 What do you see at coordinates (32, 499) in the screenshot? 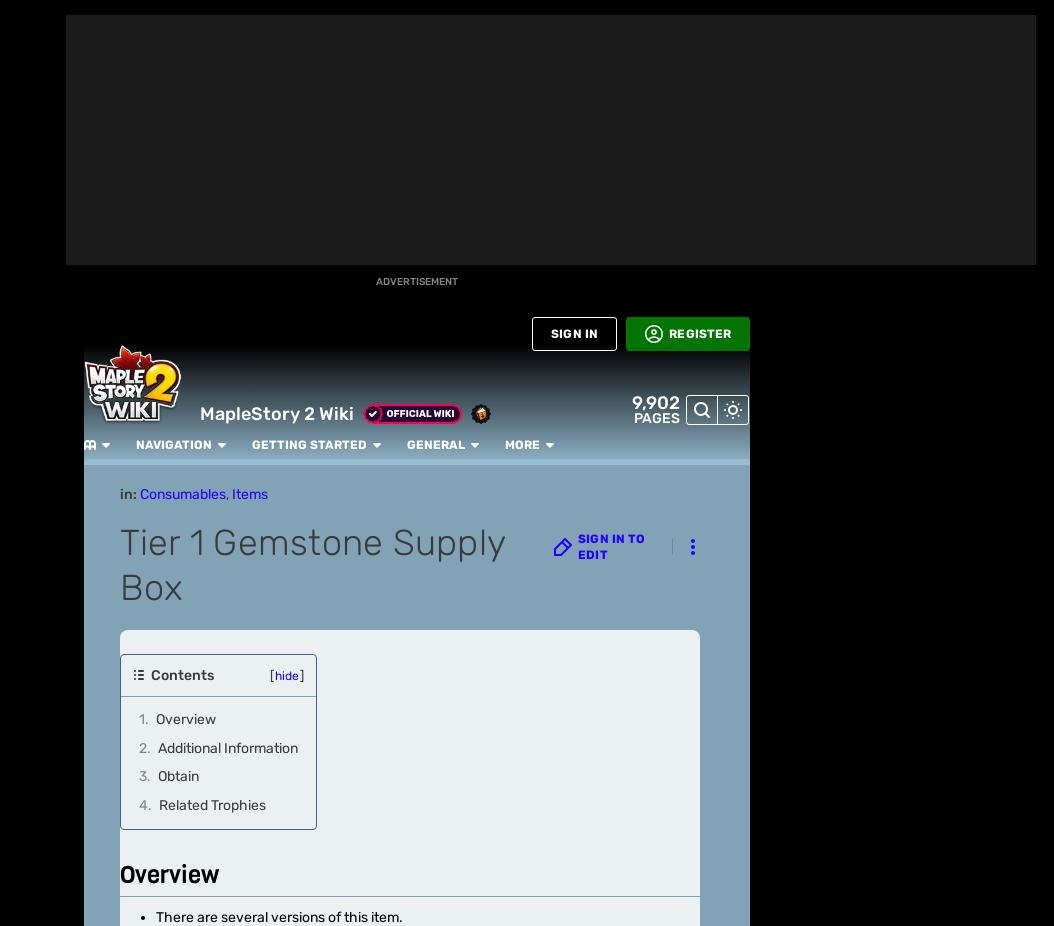
I see `'TV'` at bounding box center [32, 499].